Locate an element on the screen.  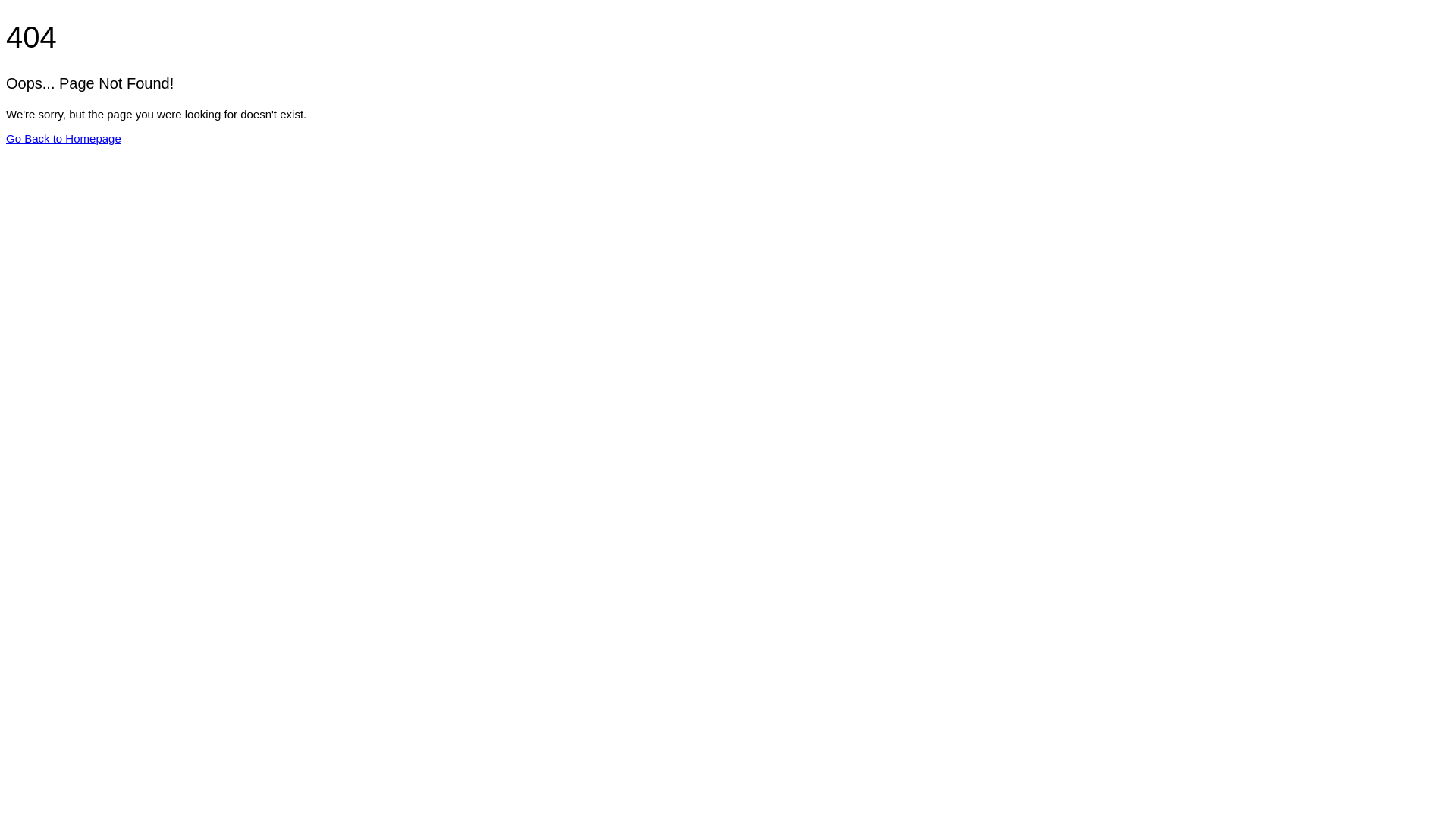
'Go Back to Homepage' is located at coordinates (62, 138).